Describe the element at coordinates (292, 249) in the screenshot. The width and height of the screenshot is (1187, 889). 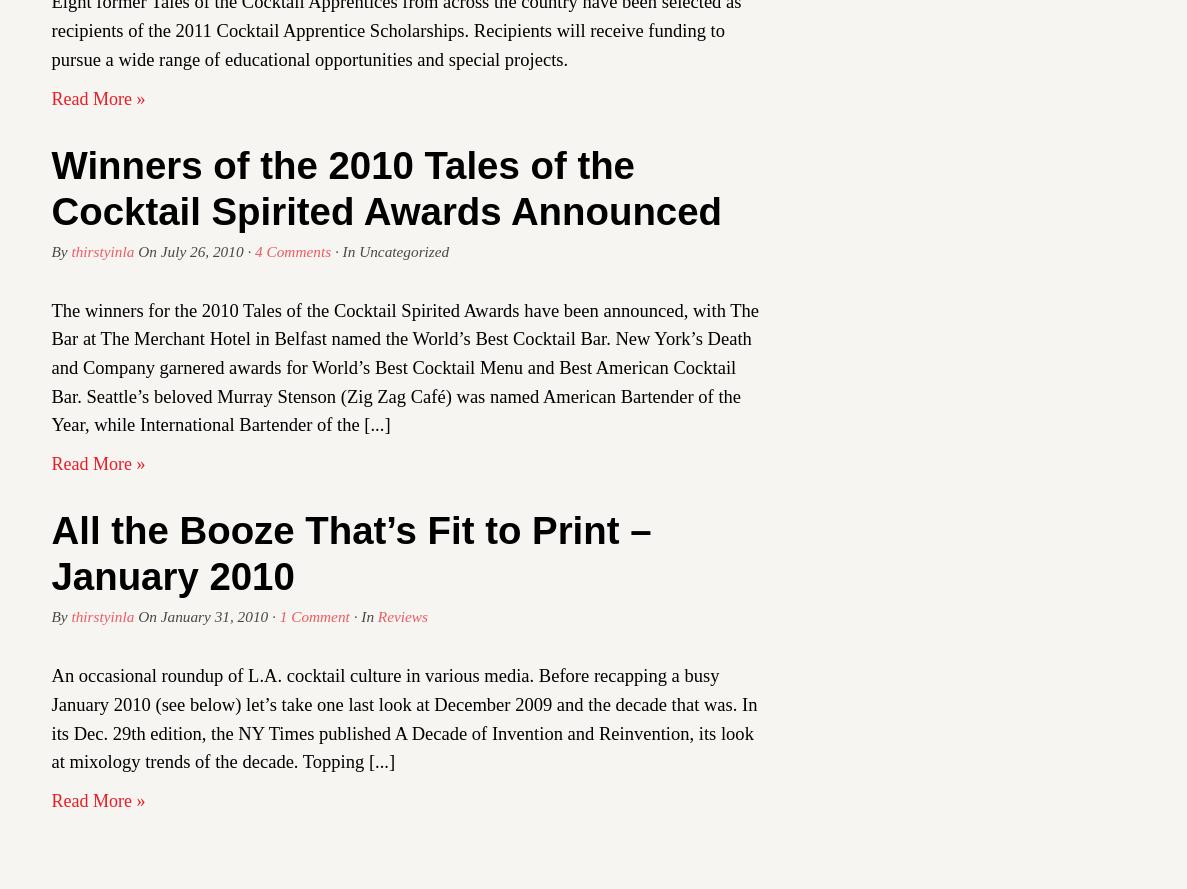
I see `'4 Comments'` at that location.